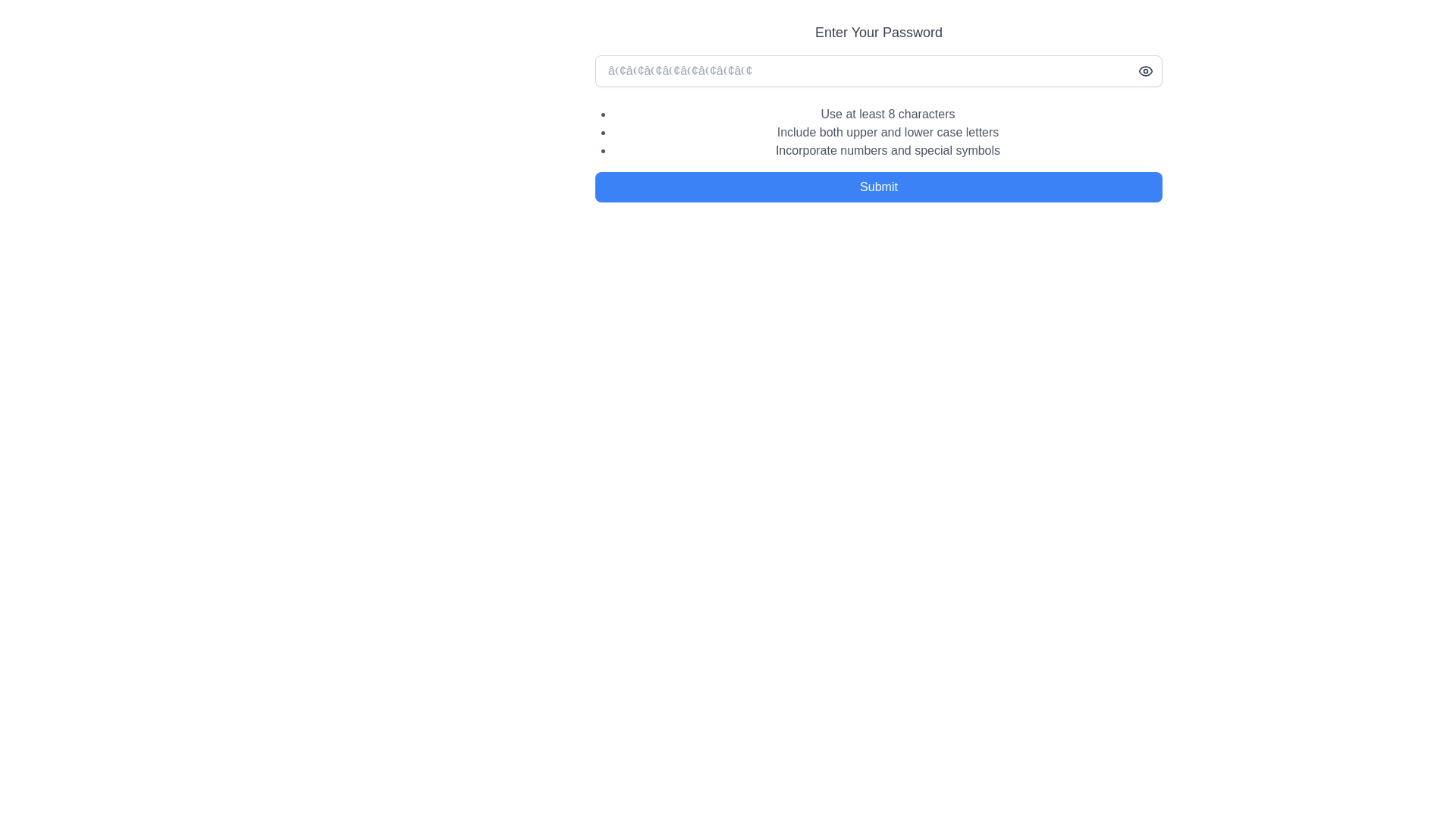  I want to click on the blue rectangular button labeled 'Submit' located at the bottom of the password entry form, so click(878, 190).